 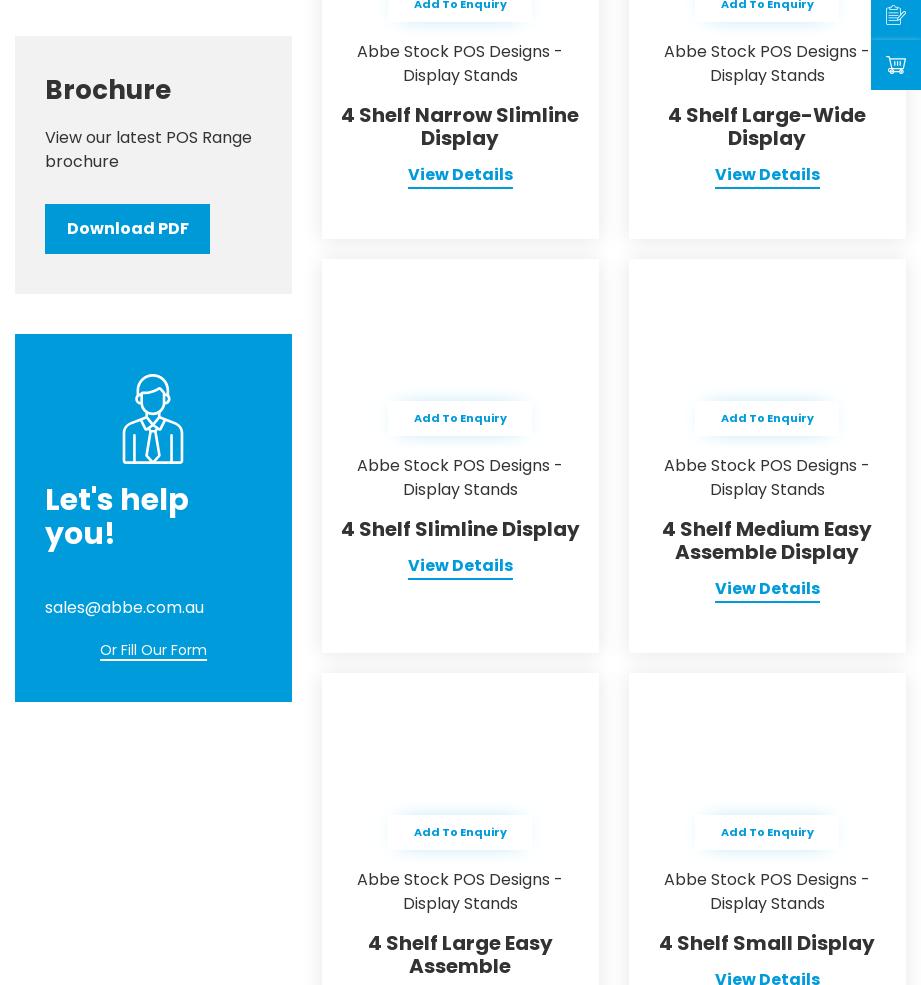 I want to click on 'Or Fill Our Form', so click(x=152, y=648).